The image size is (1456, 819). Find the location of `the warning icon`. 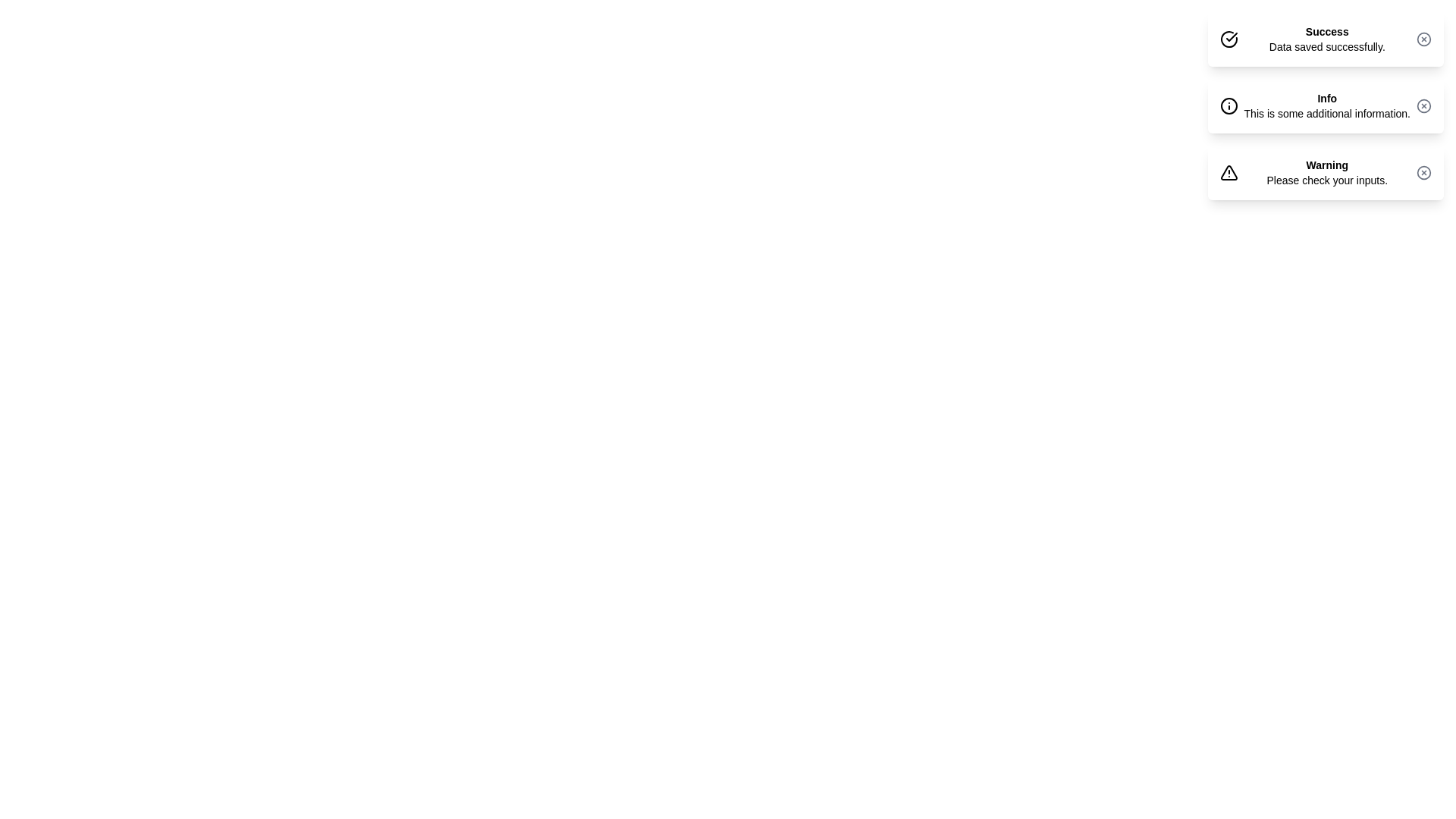

the warning icon is located at coordinates (1228, 171).